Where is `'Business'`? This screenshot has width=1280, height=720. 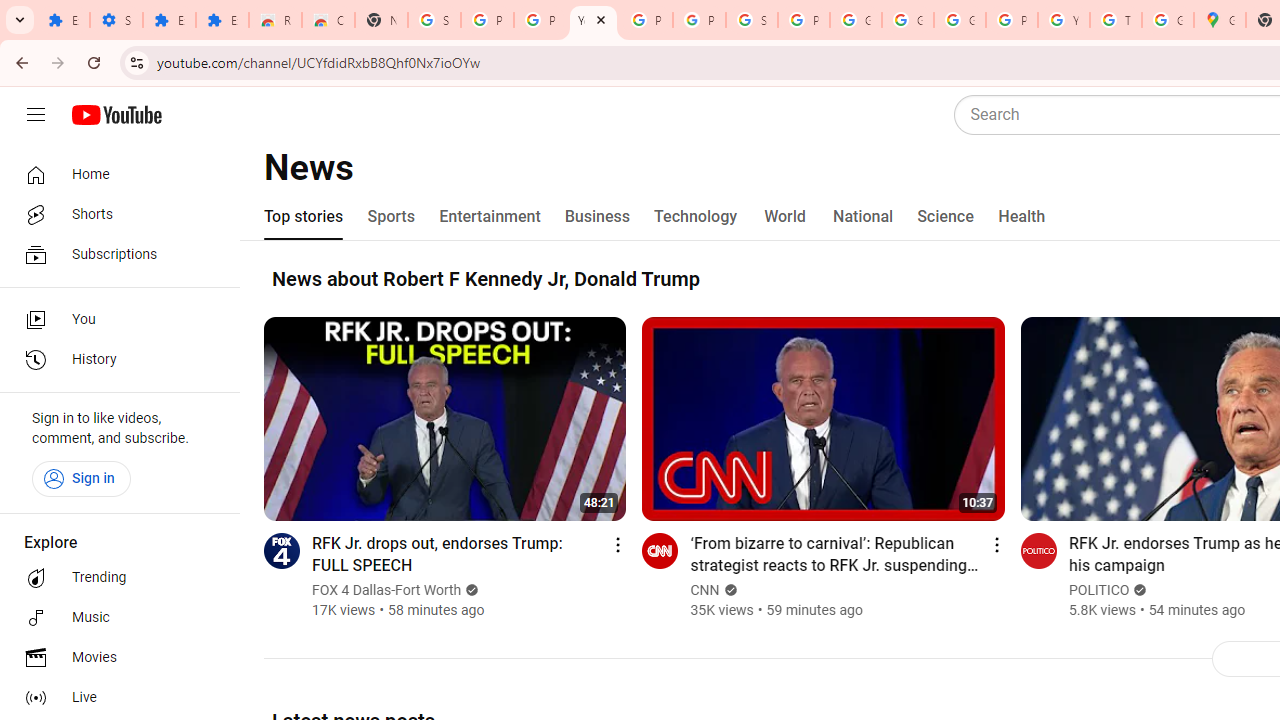 'Business' is located at coordinates (596, 217).